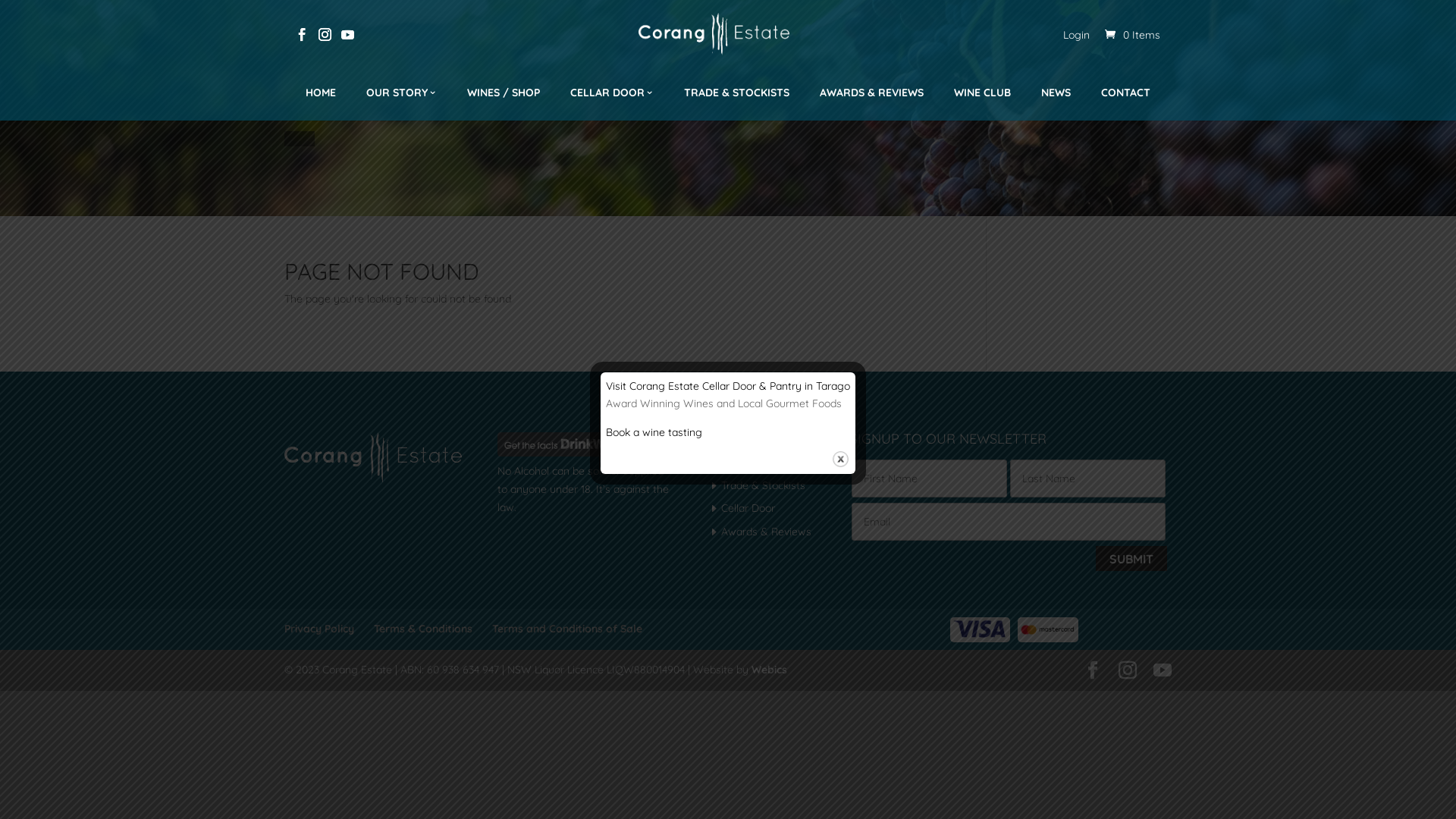 This screenshot has height=819, width=1456. Describe the element at coordinates (728, 385) in the screenshot. I see `'Visit Corang Estate Cellar Door & Pantry in Tarago'` at that location.